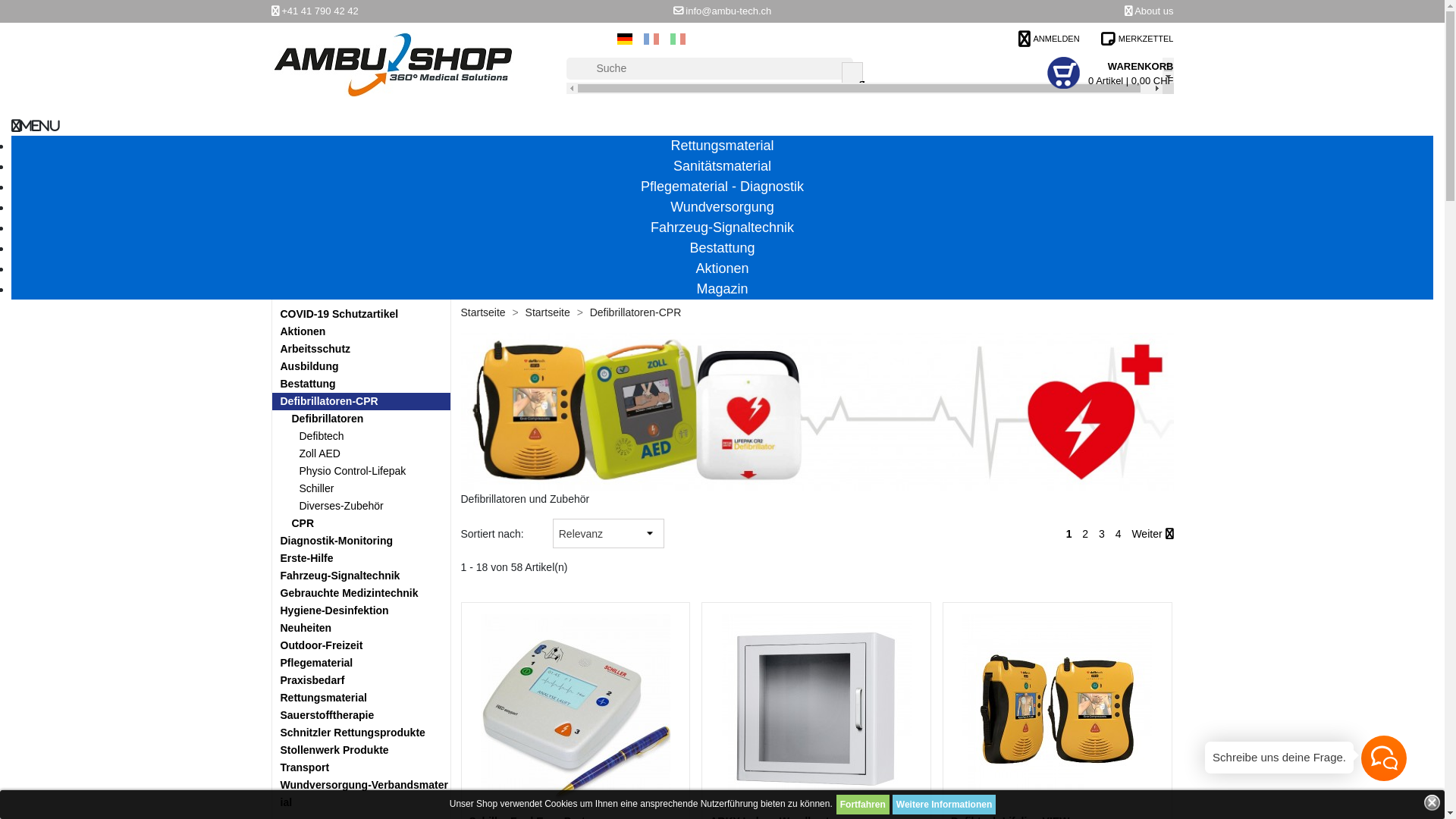 The height and width of the screenshot is (819, 1456). What do you see at coordinates (393, 58) in the screenshot?
I see `'Ambu Shop '` at bounding box center [393, 58].